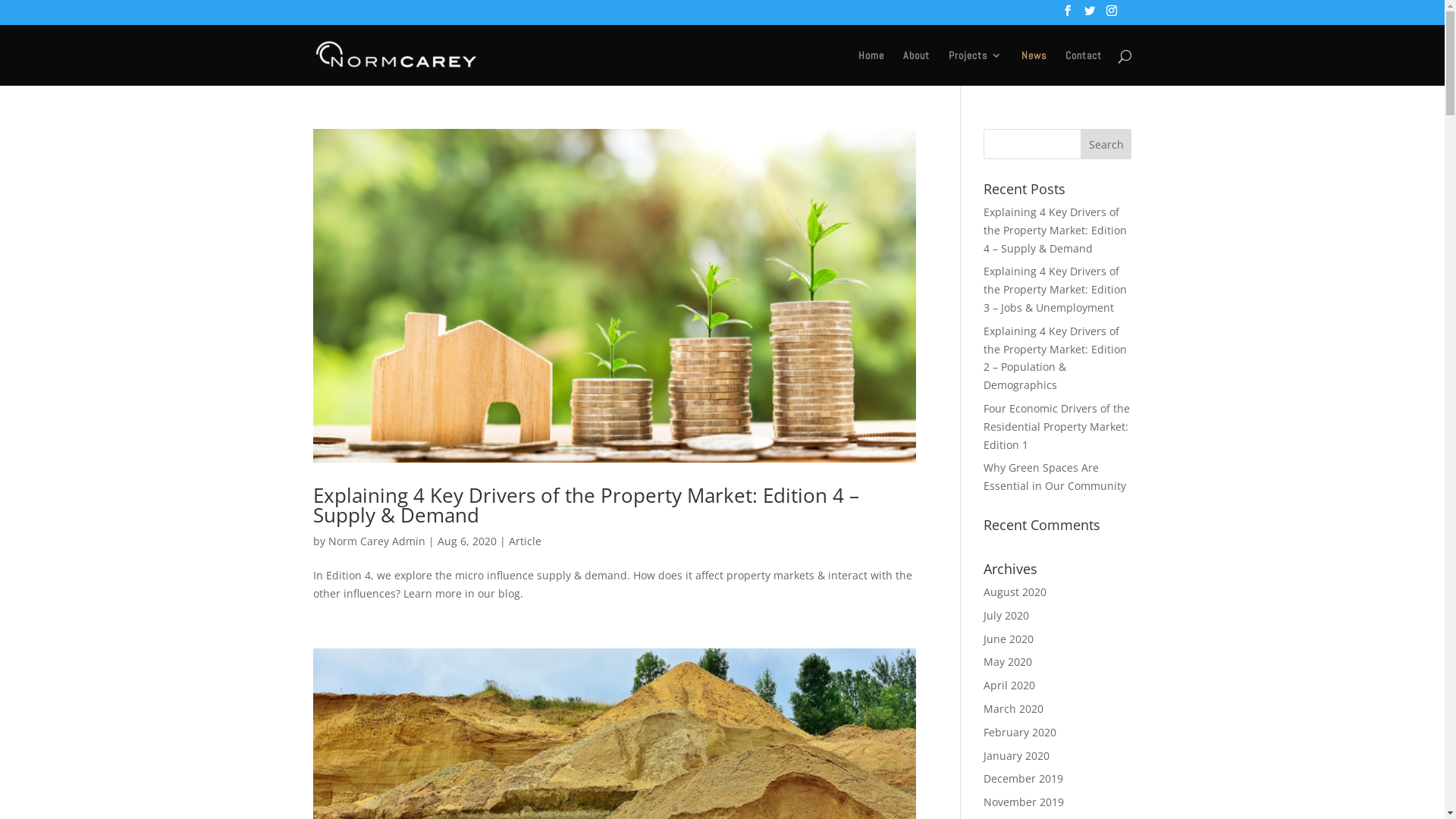 This screenshot has width=1456, height=819. Describe the element at coordinates (1019, 731) in the screenshot. I see `'February 2020'` at that location.